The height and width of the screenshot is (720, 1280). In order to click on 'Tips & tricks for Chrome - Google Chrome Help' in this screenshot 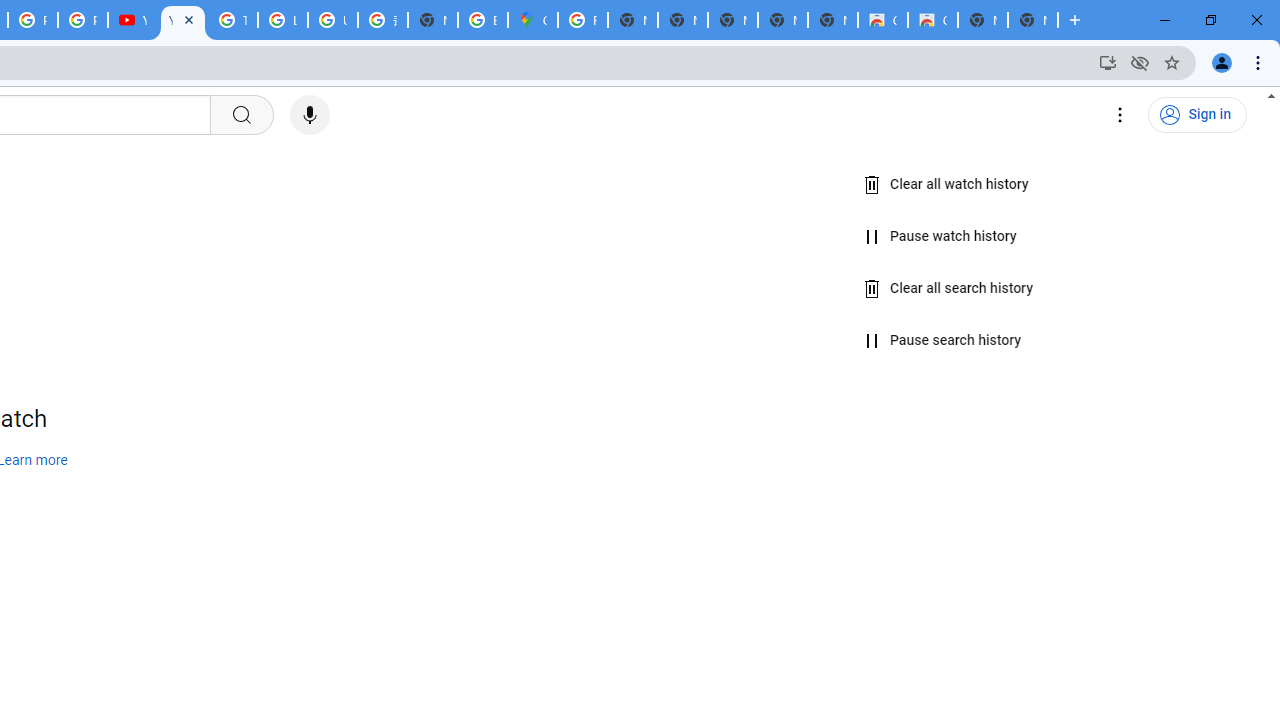, I will do `click(232, 20)`.